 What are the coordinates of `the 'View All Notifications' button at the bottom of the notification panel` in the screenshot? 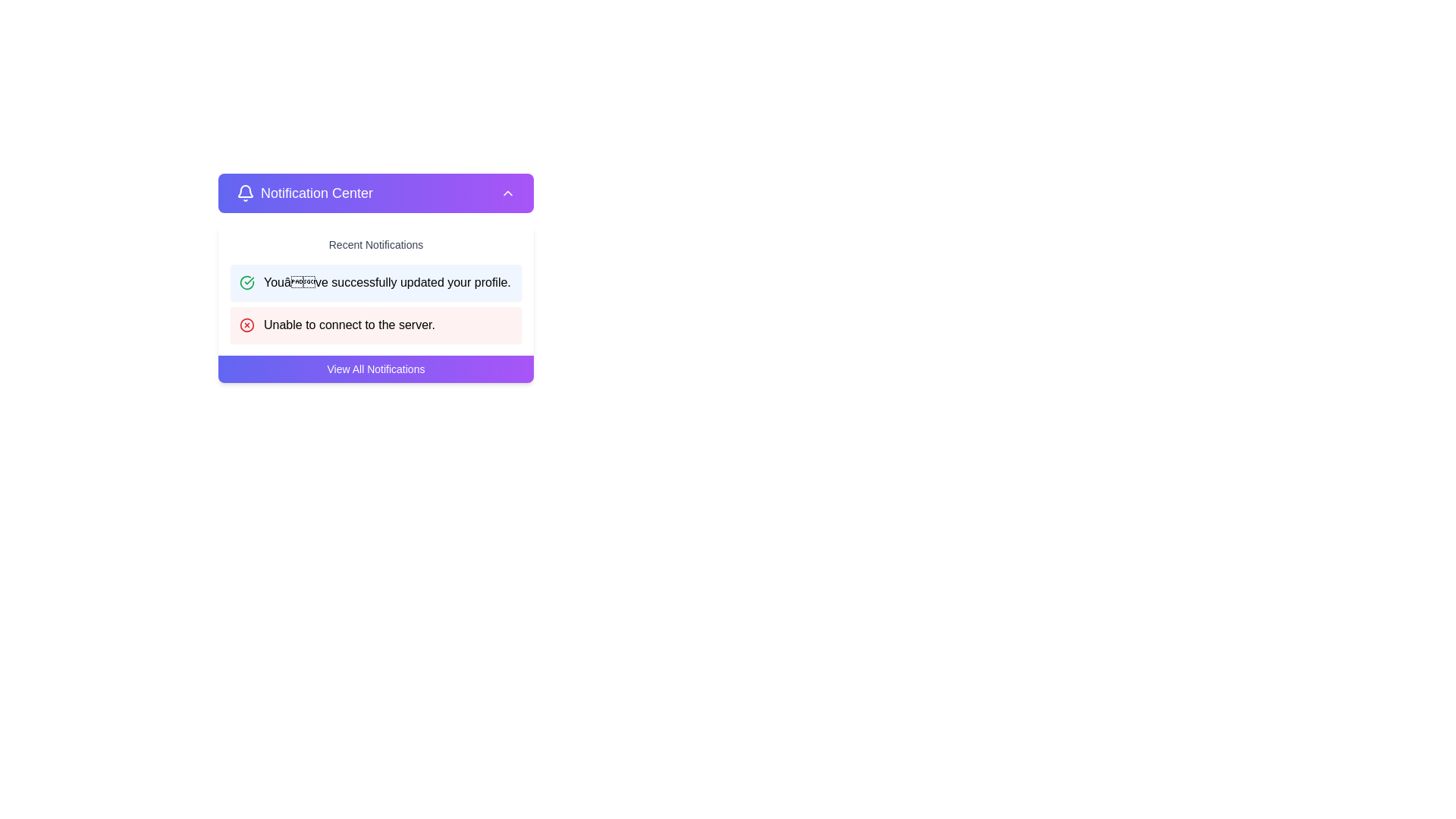 It's located at (375, 369).